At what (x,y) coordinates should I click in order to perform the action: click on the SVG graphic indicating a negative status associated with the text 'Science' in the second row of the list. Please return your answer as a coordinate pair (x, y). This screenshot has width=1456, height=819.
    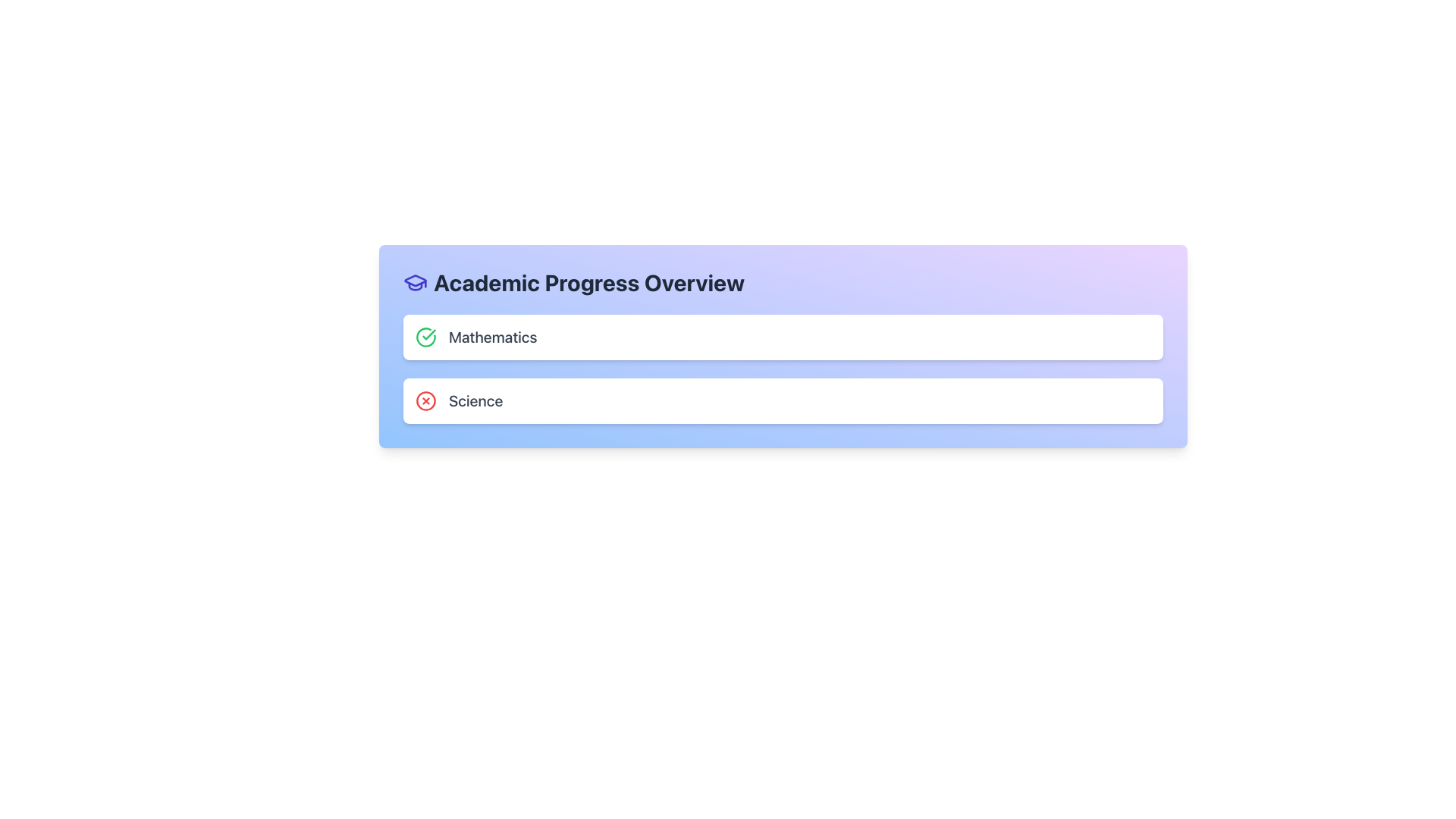
    Looking at the image, I should click on (425, 400).